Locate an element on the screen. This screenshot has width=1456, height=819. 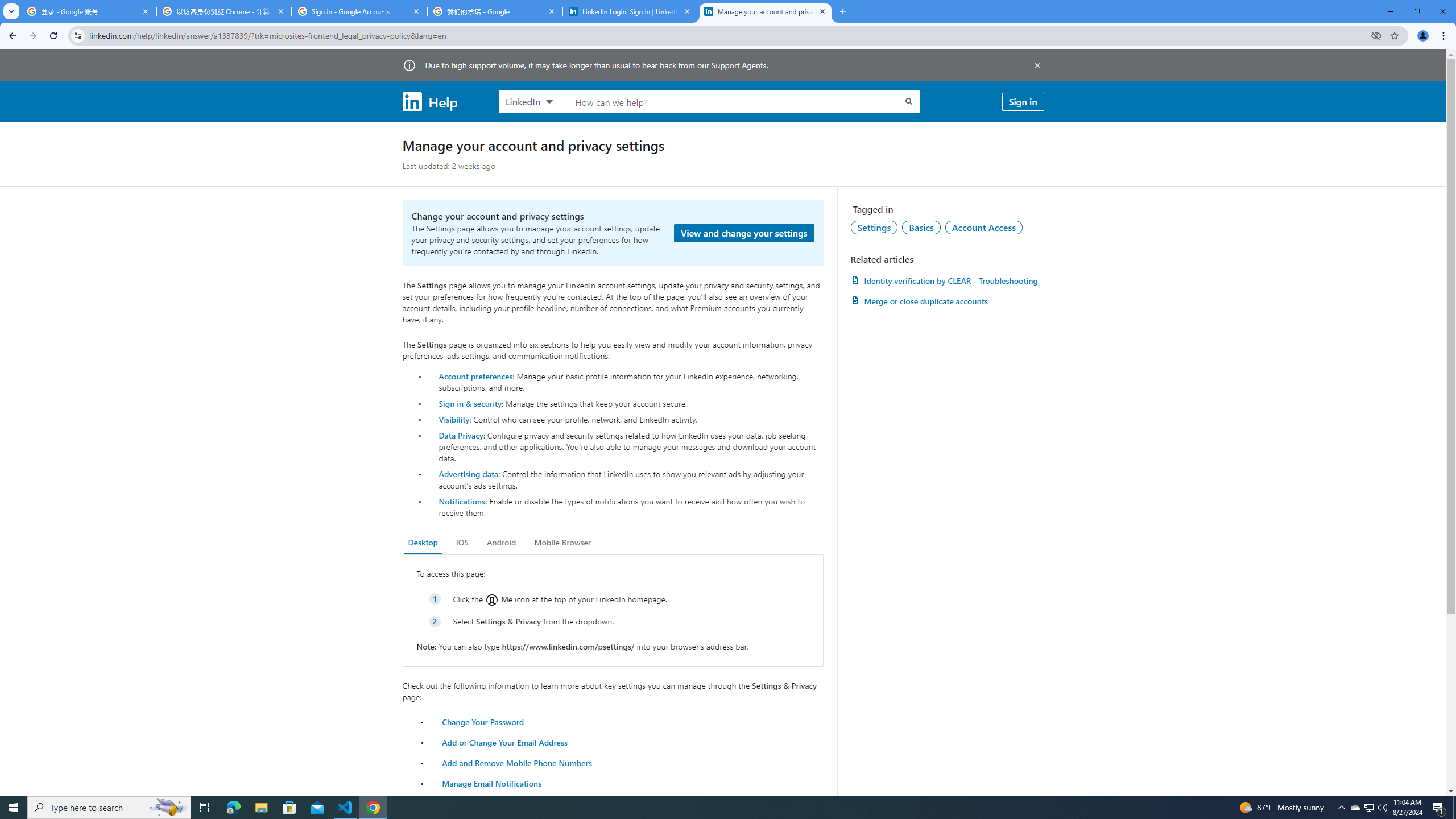
'Settings' is located at coordinates (874, 226).